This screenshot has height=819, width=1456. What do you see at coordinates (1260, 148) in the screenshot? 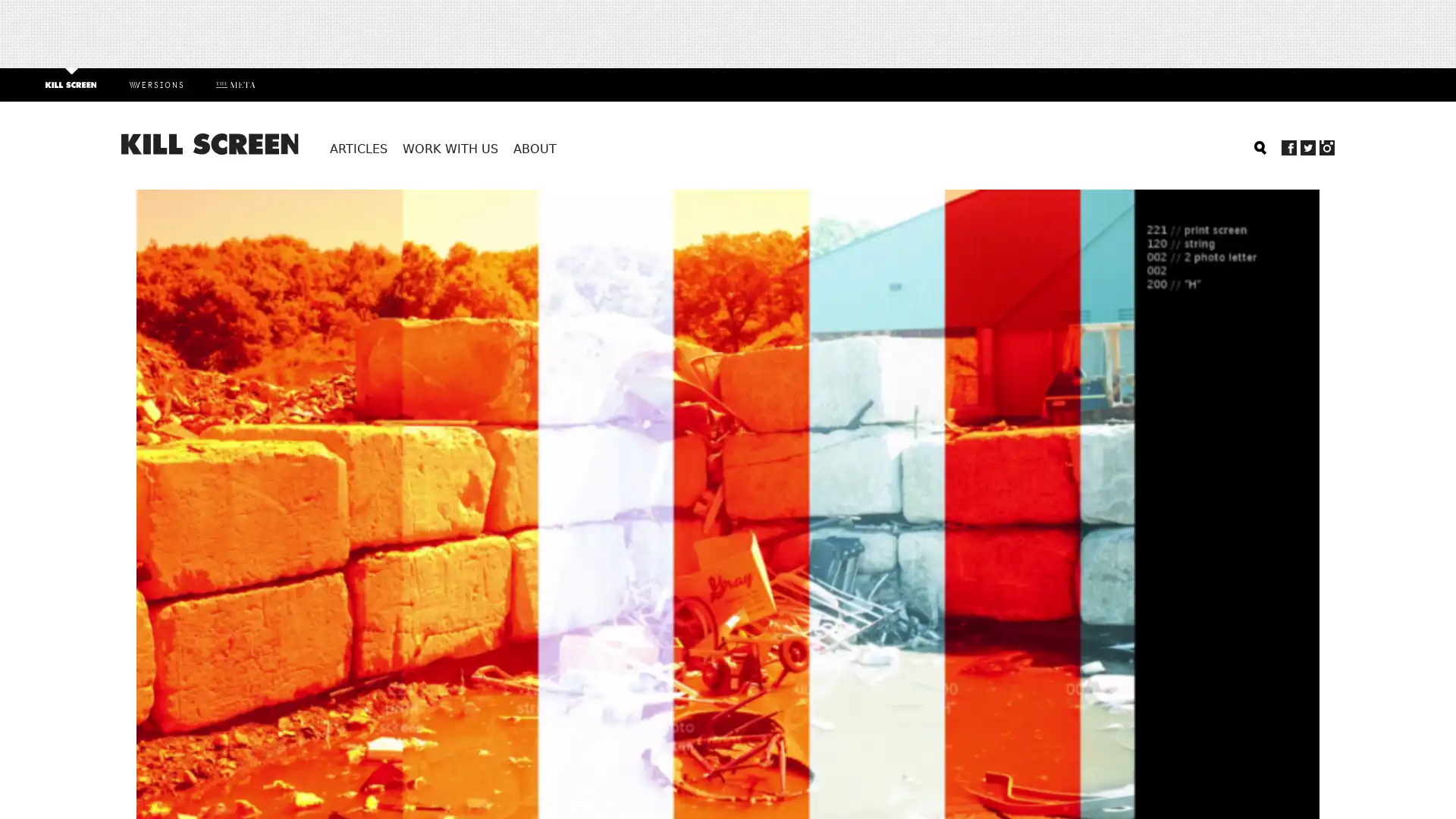
I see `Search` at bounding box center [1260, 148].